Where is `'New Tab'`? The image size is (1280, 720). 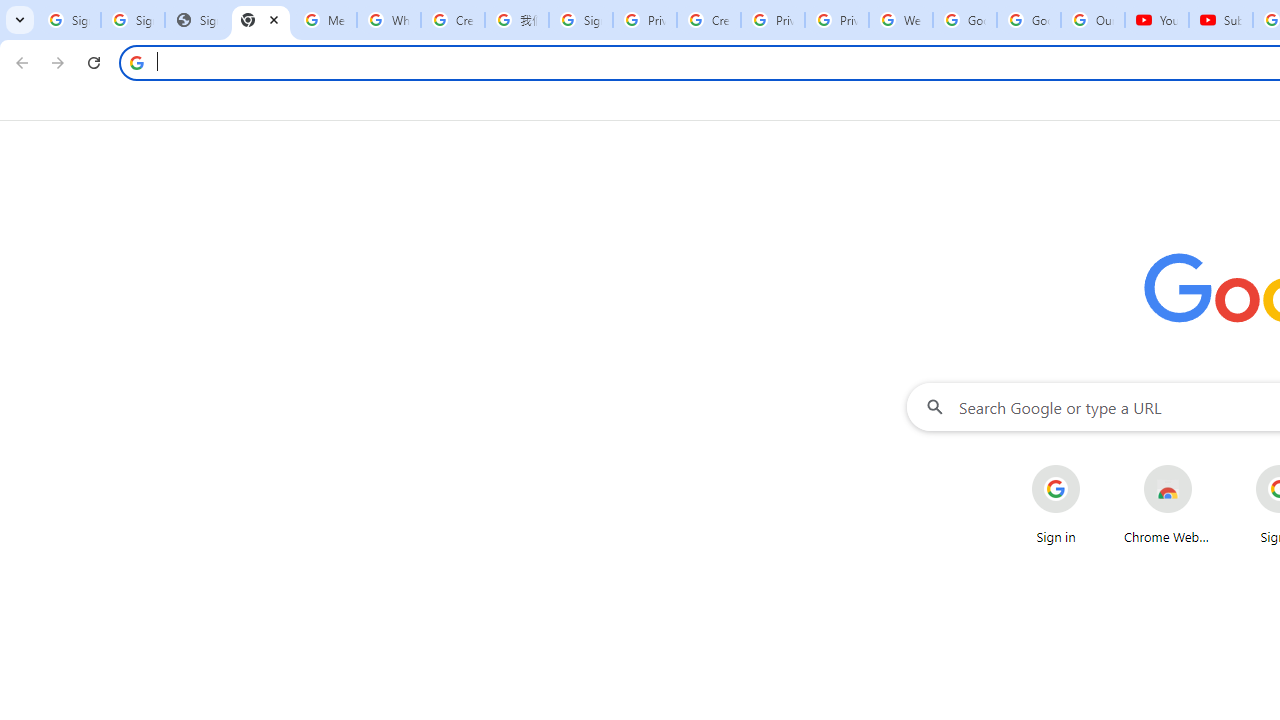 'New Tab' is located at coordinates (260, 20).